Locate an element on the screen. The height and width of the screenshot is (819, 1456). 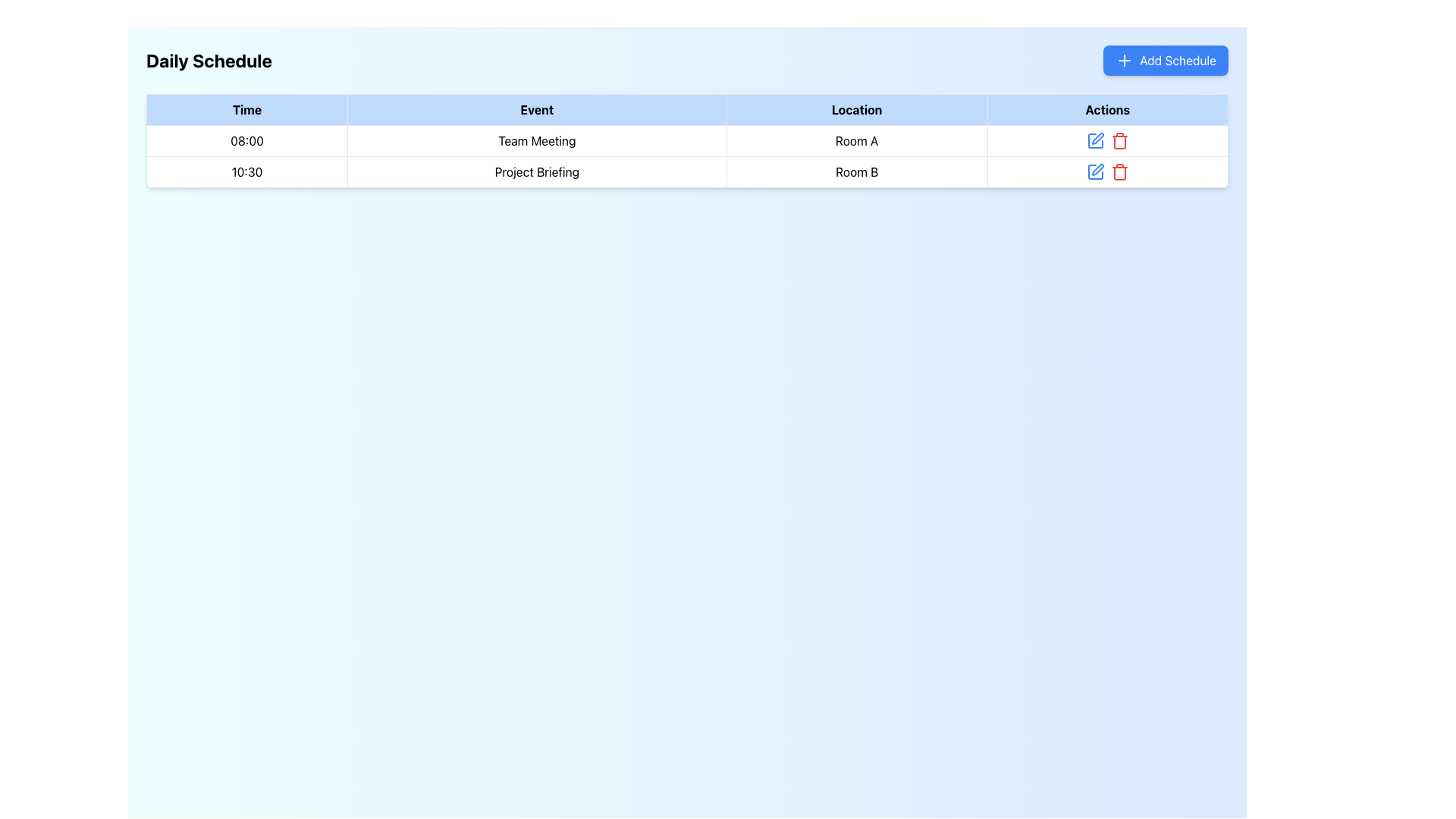
the Edit icon located in the Actions column of the first row in the table to initiate the edit action is located at coordinates (1095, 140).